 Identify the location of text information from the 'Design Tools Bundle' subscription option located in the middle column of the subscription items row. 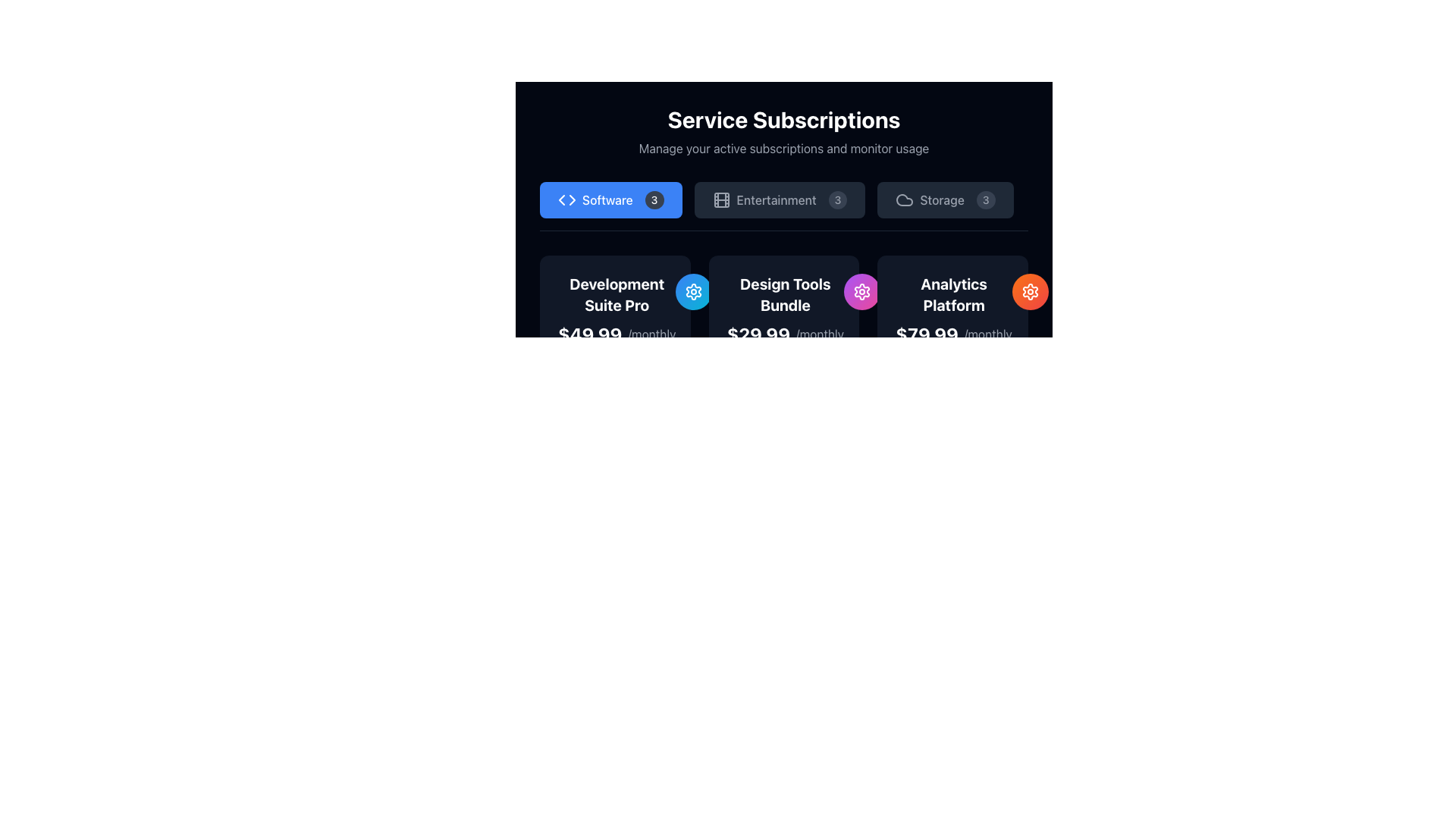
(785, 309).